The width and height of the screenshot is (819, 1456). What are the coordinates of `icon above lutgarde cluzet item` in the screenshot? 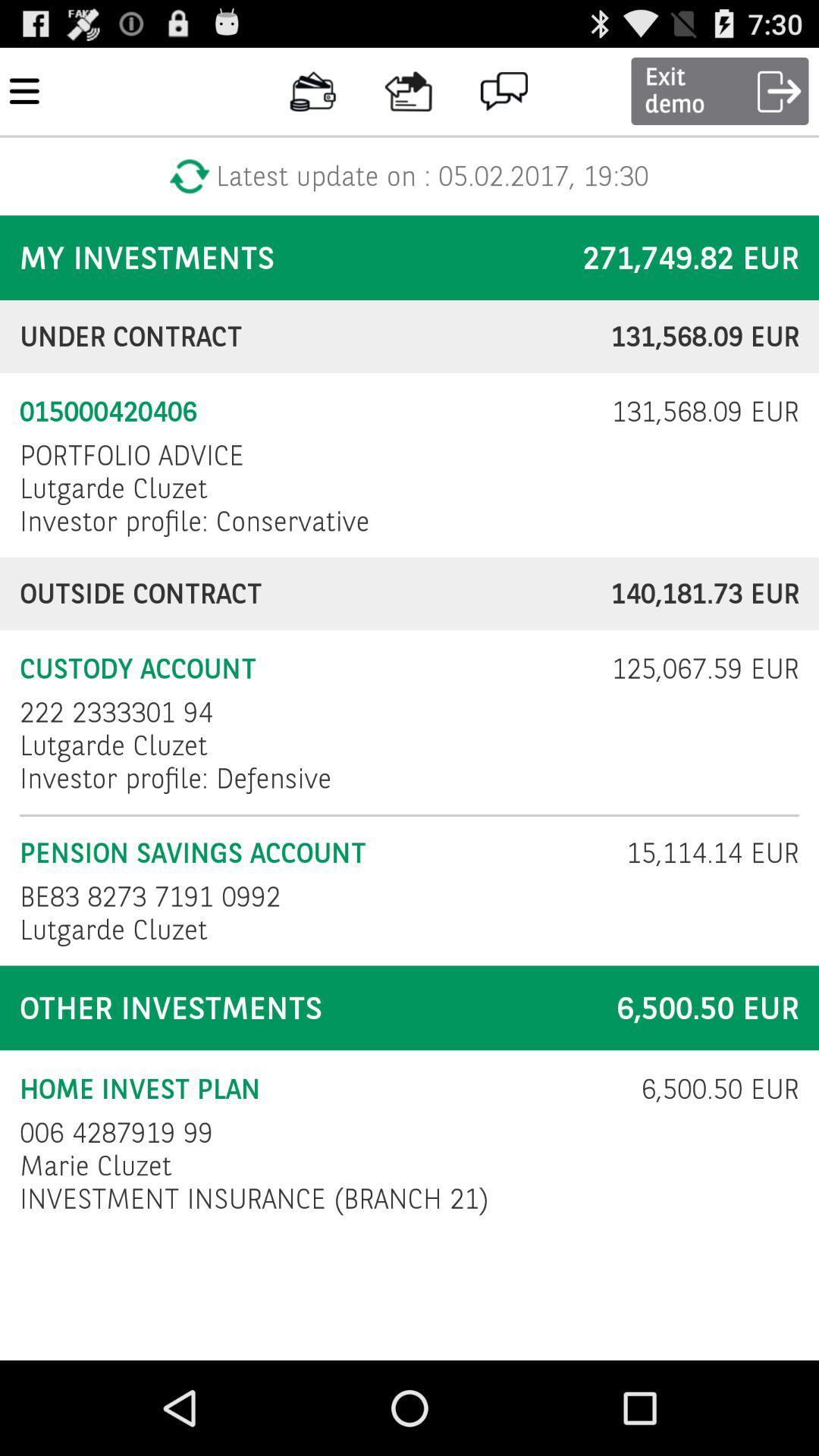 It's located at (130, 454).